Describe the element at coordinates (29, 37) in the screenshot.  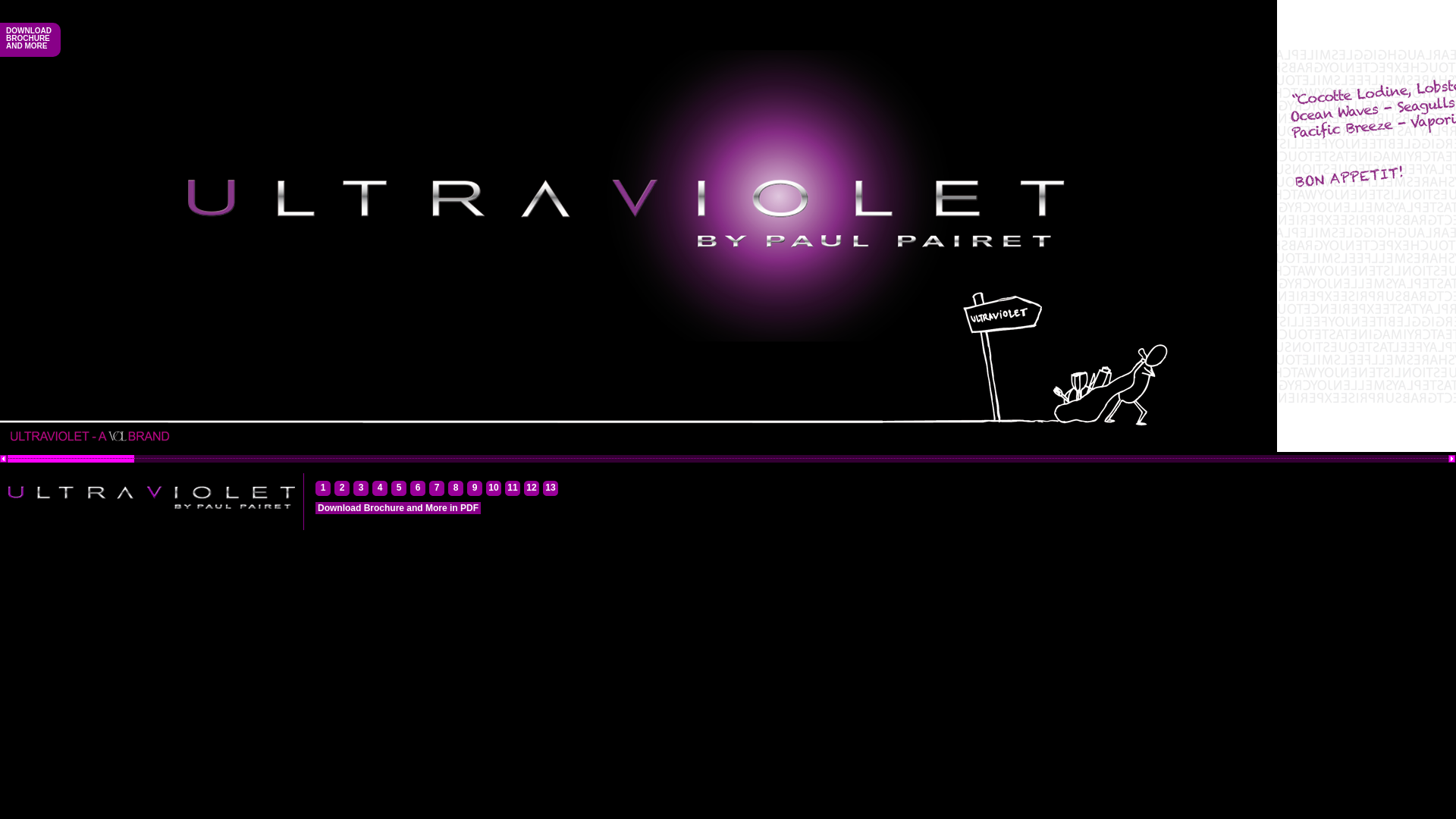
I see `'DOWNLOAD BROCHURE` at that location.